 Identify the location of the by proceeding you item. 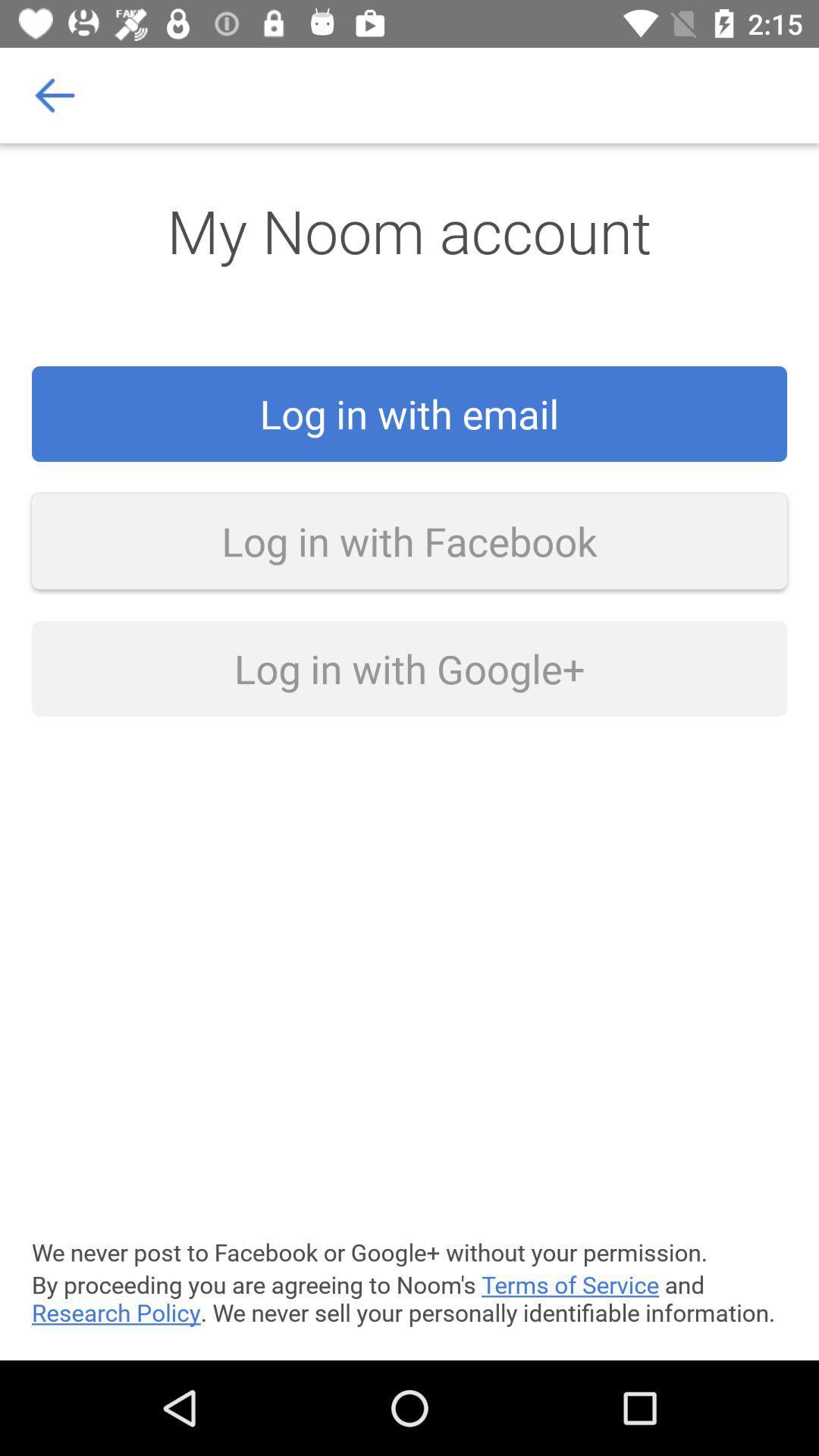
(409, 1298).